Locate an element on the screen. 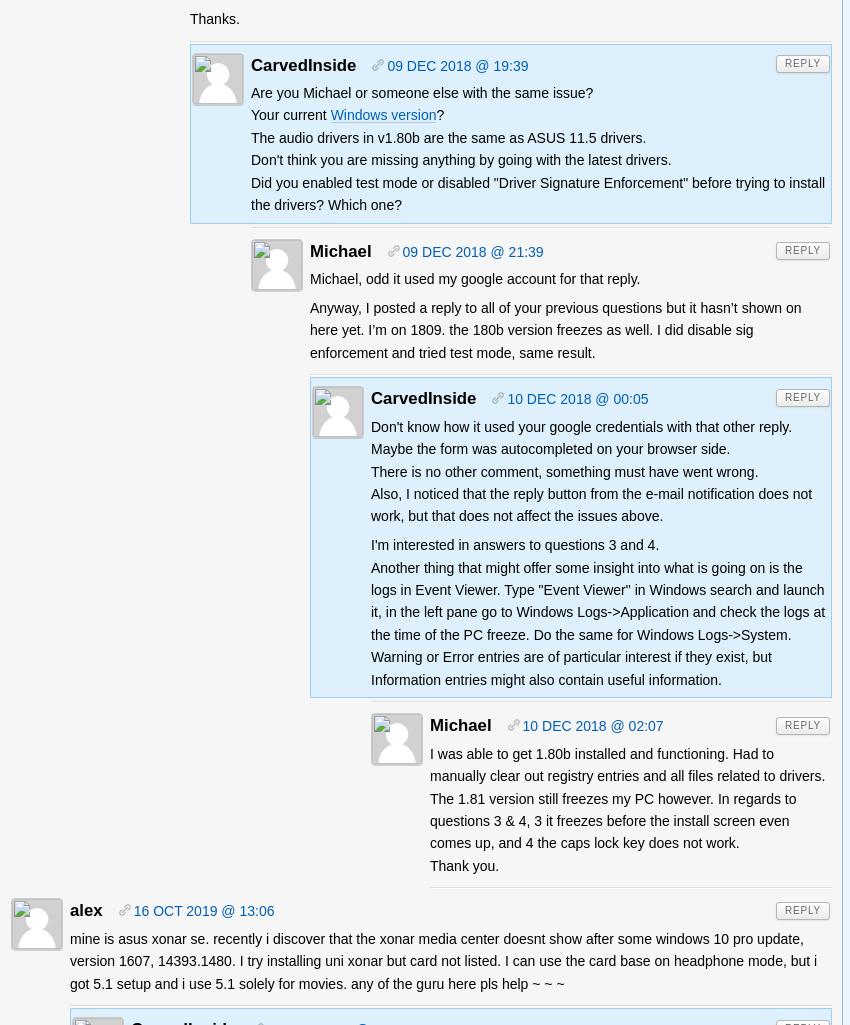  'Are you Michael or someone else with the same issue?' is located at coordinates (251, 91).